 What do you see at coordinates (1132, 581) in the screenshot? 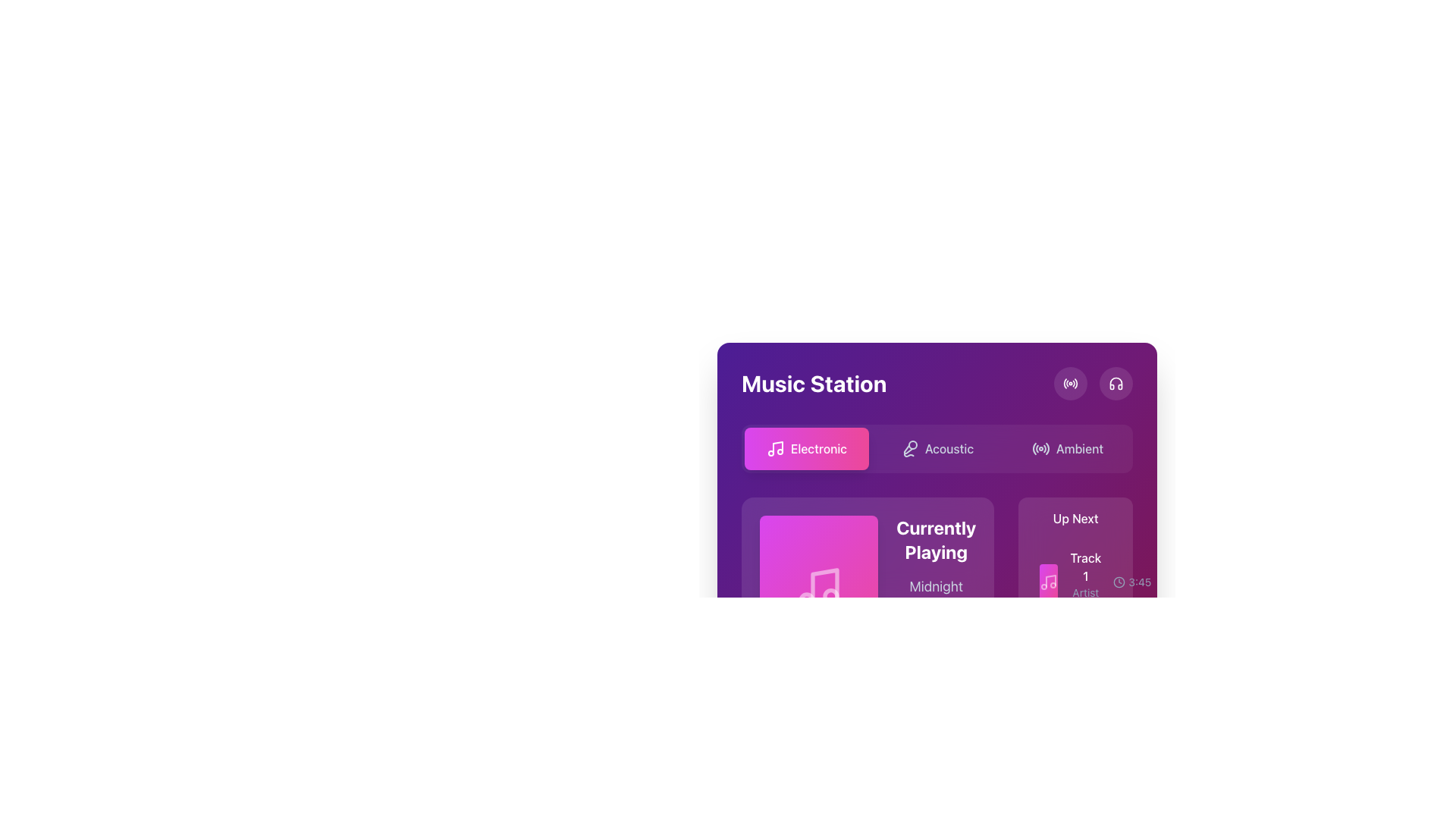
I see `the duration display element located at the bottom-right area of the card for 'Track 1' by 'Artist 1'` at bounding box center [1132, 581].